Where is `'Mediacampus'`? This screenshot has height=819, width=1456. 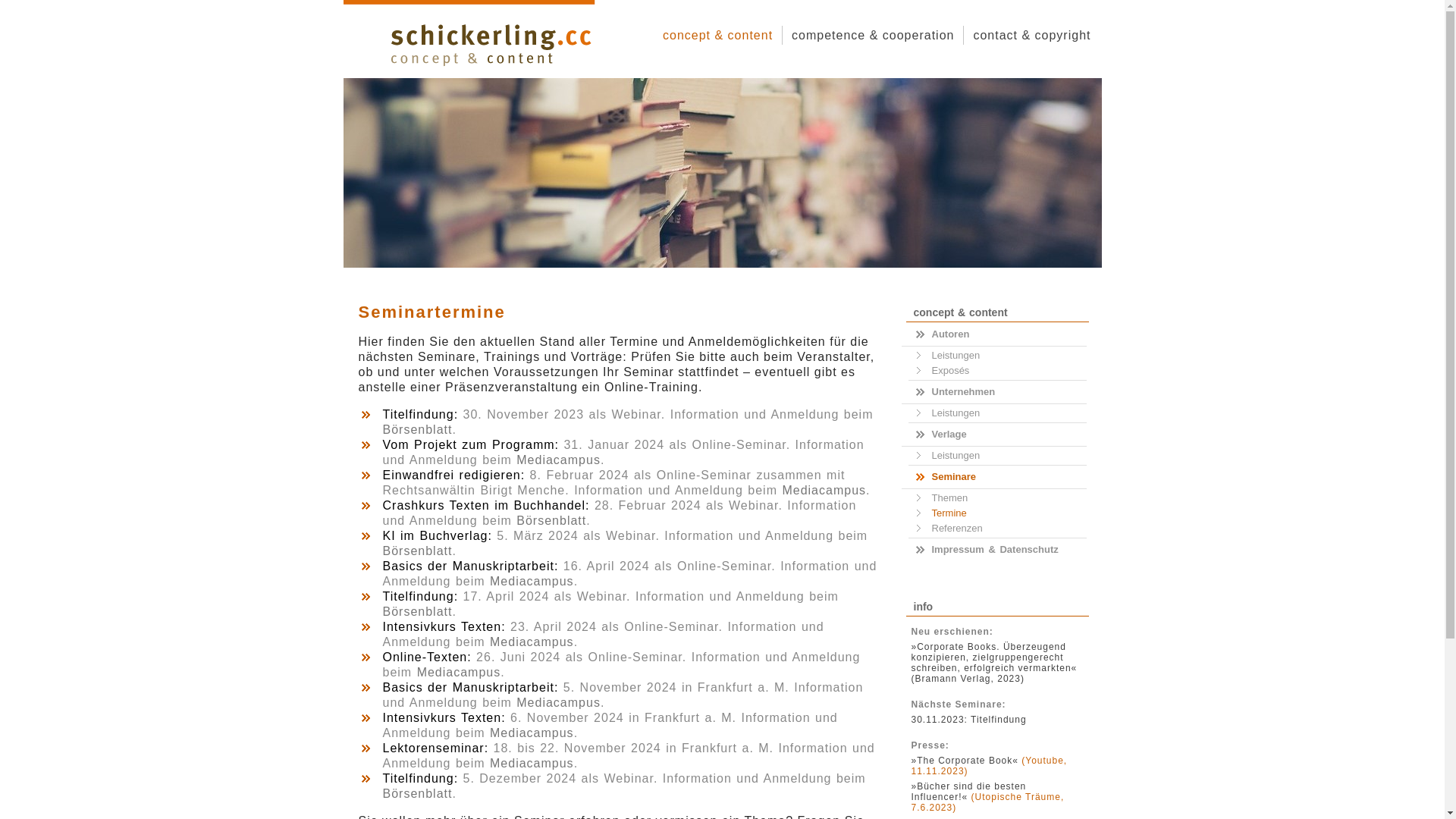 'Mediacampus' is located at coordinates (782, 490).